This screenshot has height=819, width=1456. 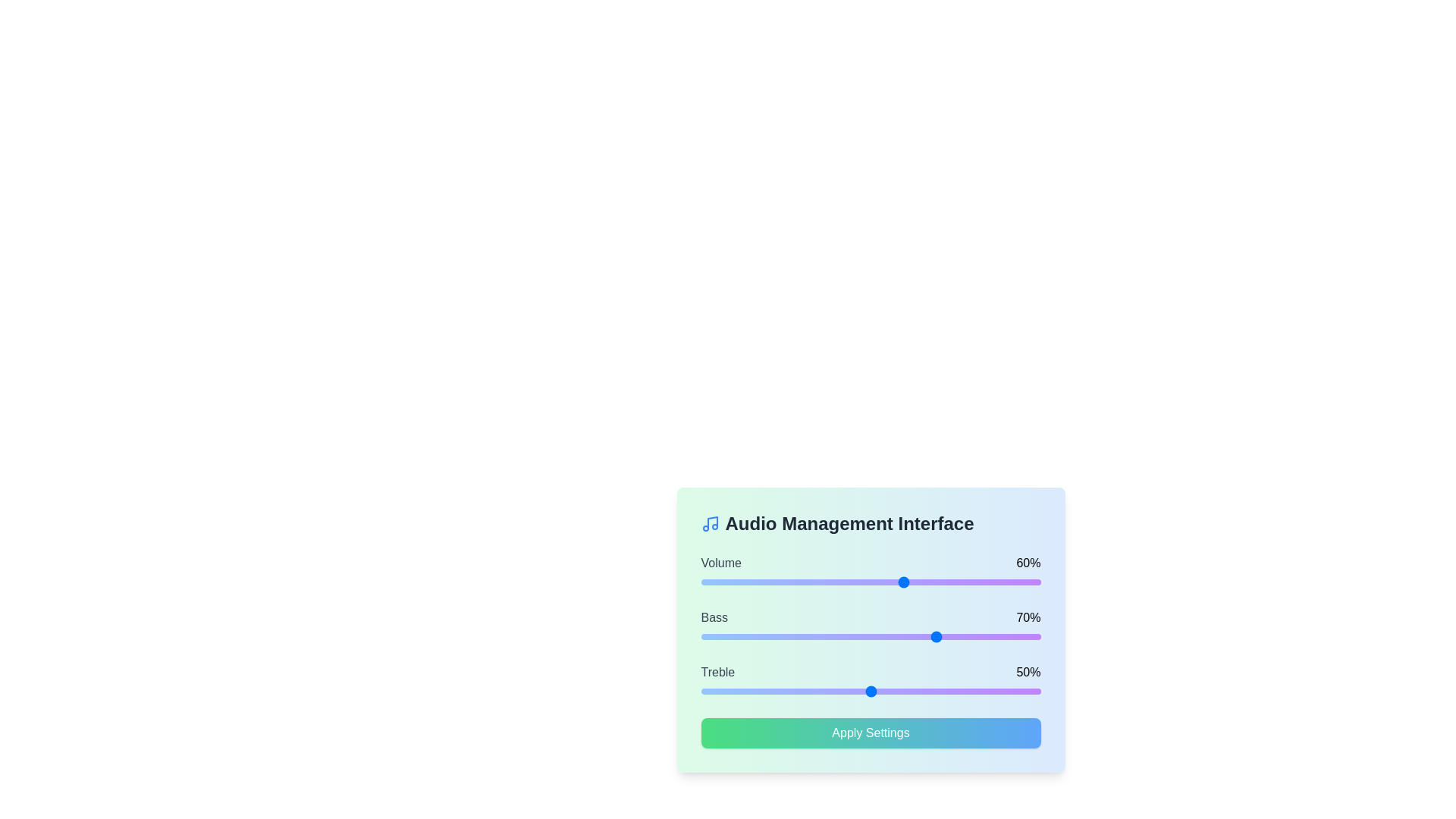 I want to click on the treble level, so click(x=783, y=691).